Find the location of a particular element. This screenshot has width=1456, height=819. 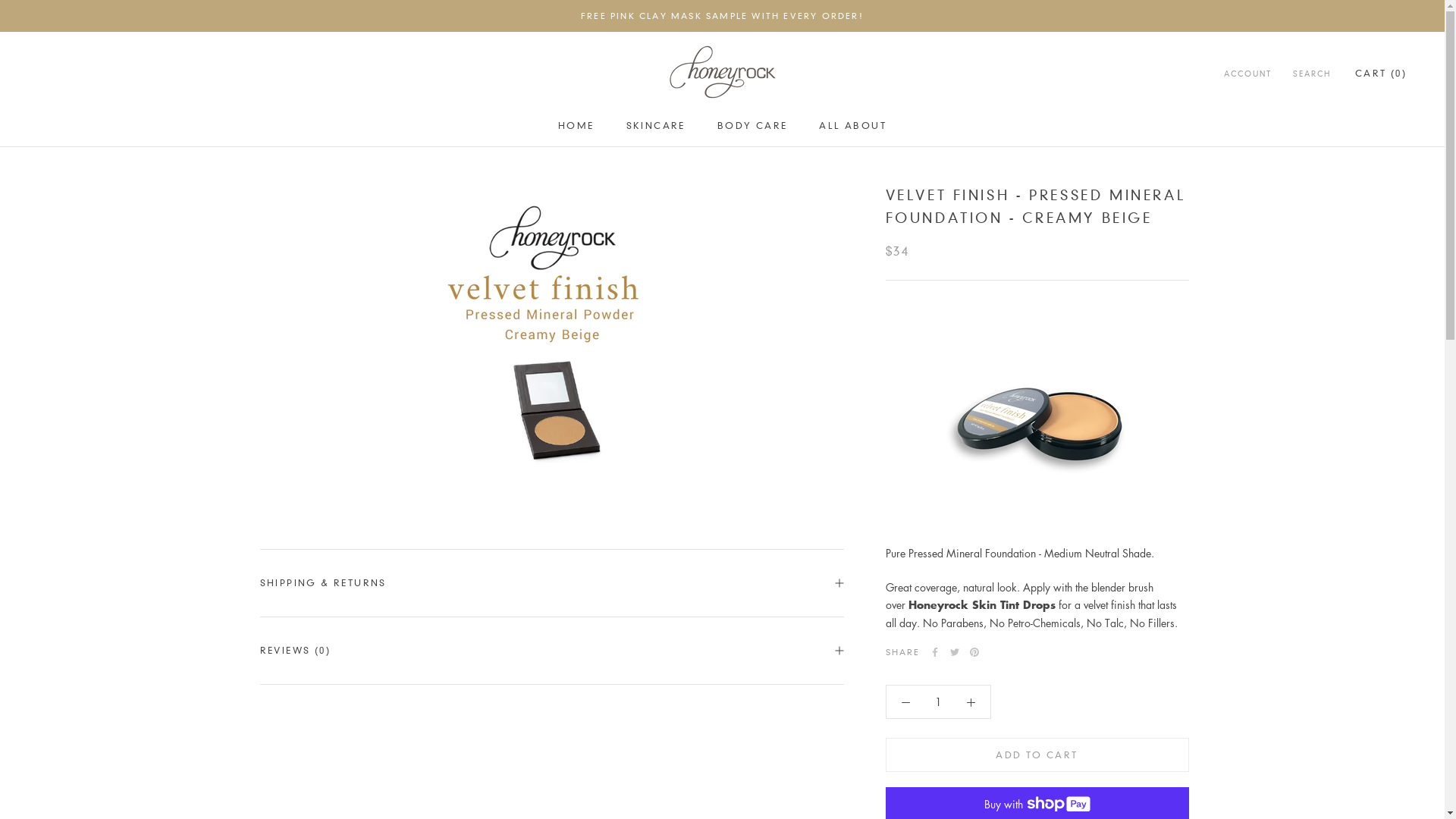

'HOME is located at coordinates (575, 124).